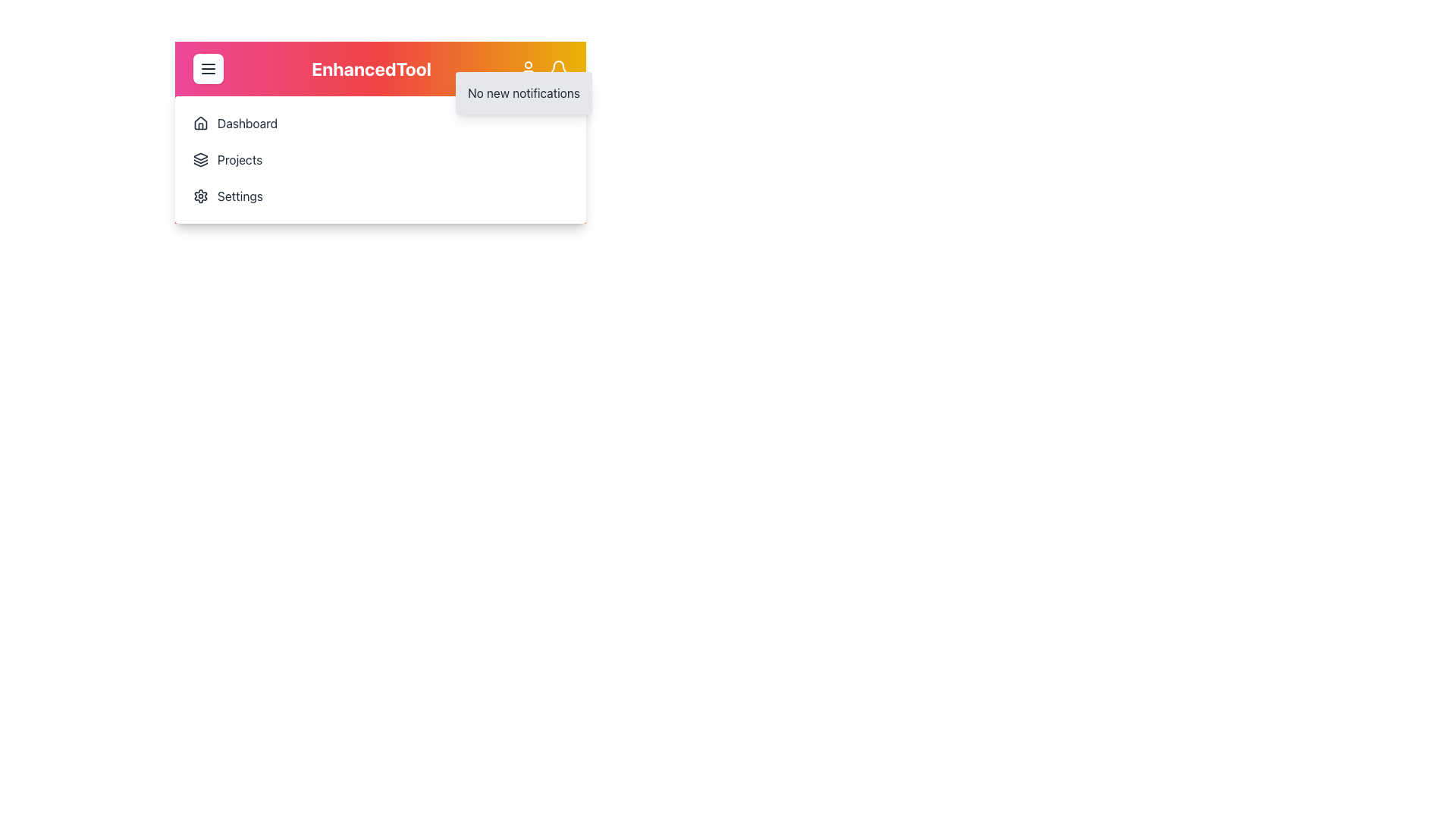 The width and height of the screenshot is (1456, 819). Describe the element at coordinates (199, 195) in the screenshot. I see `the small gear icon representing settings, located to the left of the 'Settings' label in the third list item of the vertical options menu` at that location.